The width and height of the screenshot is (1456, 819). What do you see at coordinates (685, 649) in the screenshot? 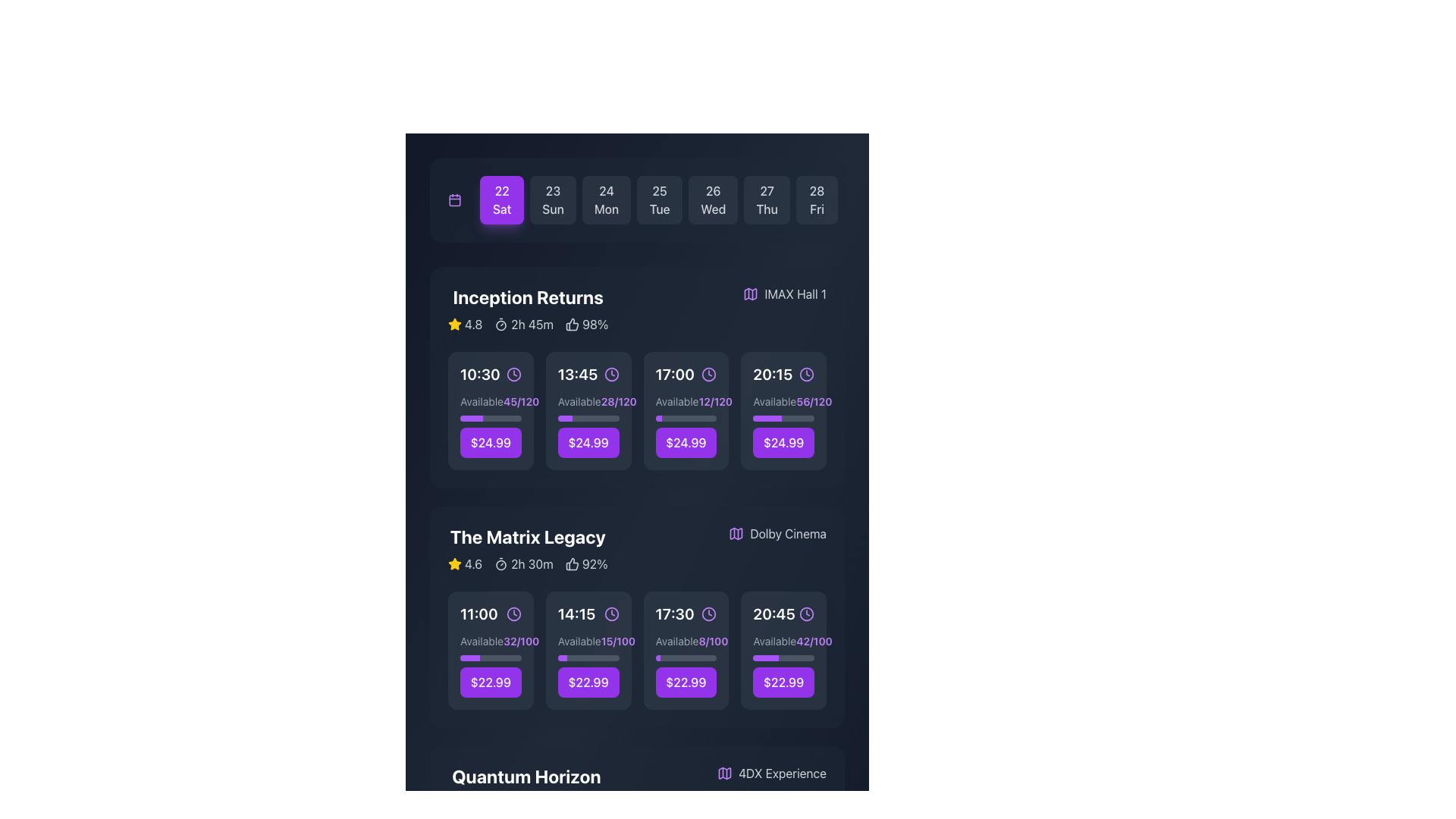
I see `the time slot card for '17:30' showing availability of 8 out of 100 tickets priced at $22.99` at bounding box center [685, 649].